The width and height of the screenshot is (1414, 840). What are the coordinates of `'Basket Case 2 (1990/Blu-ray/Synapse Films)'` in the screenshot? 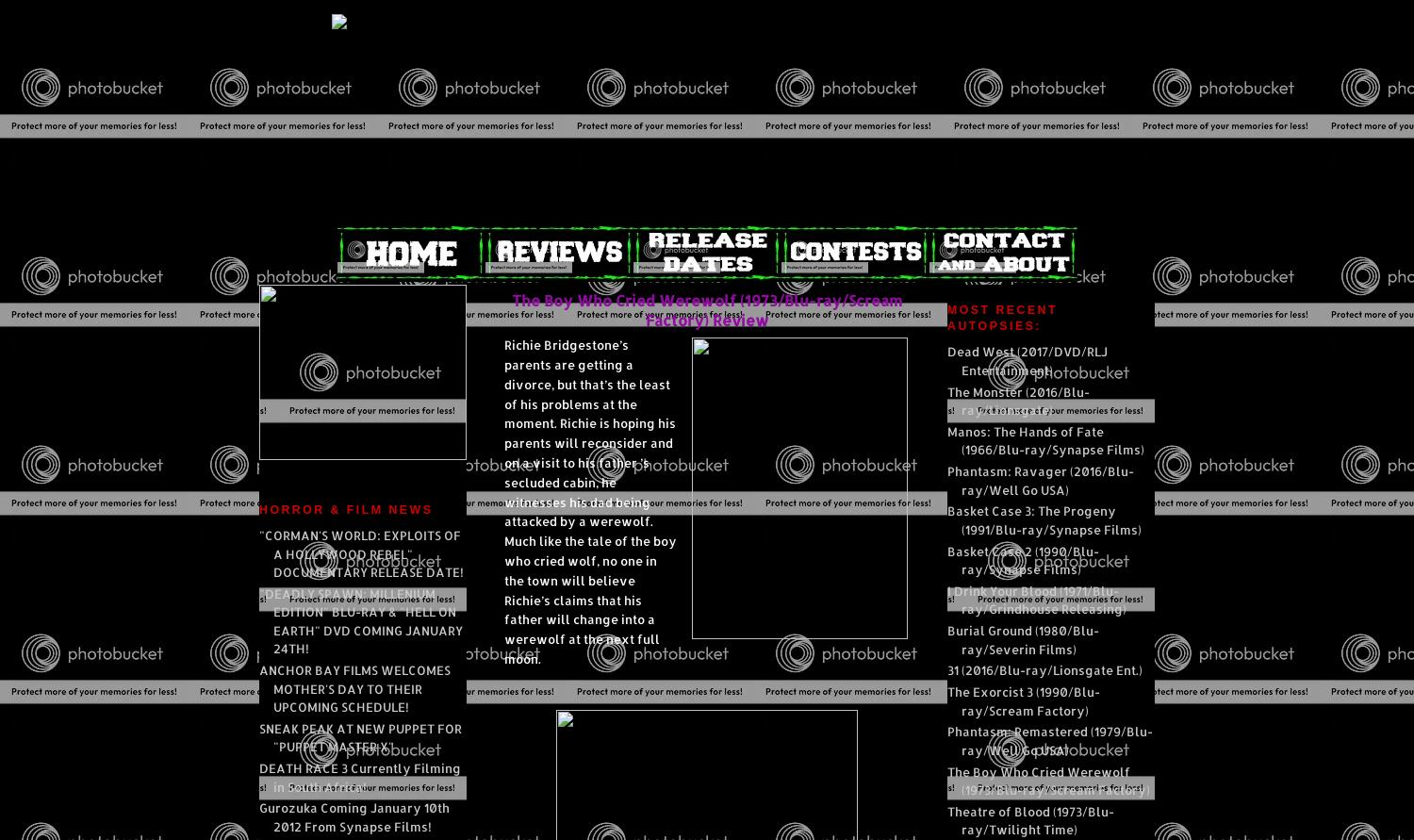 It's located at (1022, 560).